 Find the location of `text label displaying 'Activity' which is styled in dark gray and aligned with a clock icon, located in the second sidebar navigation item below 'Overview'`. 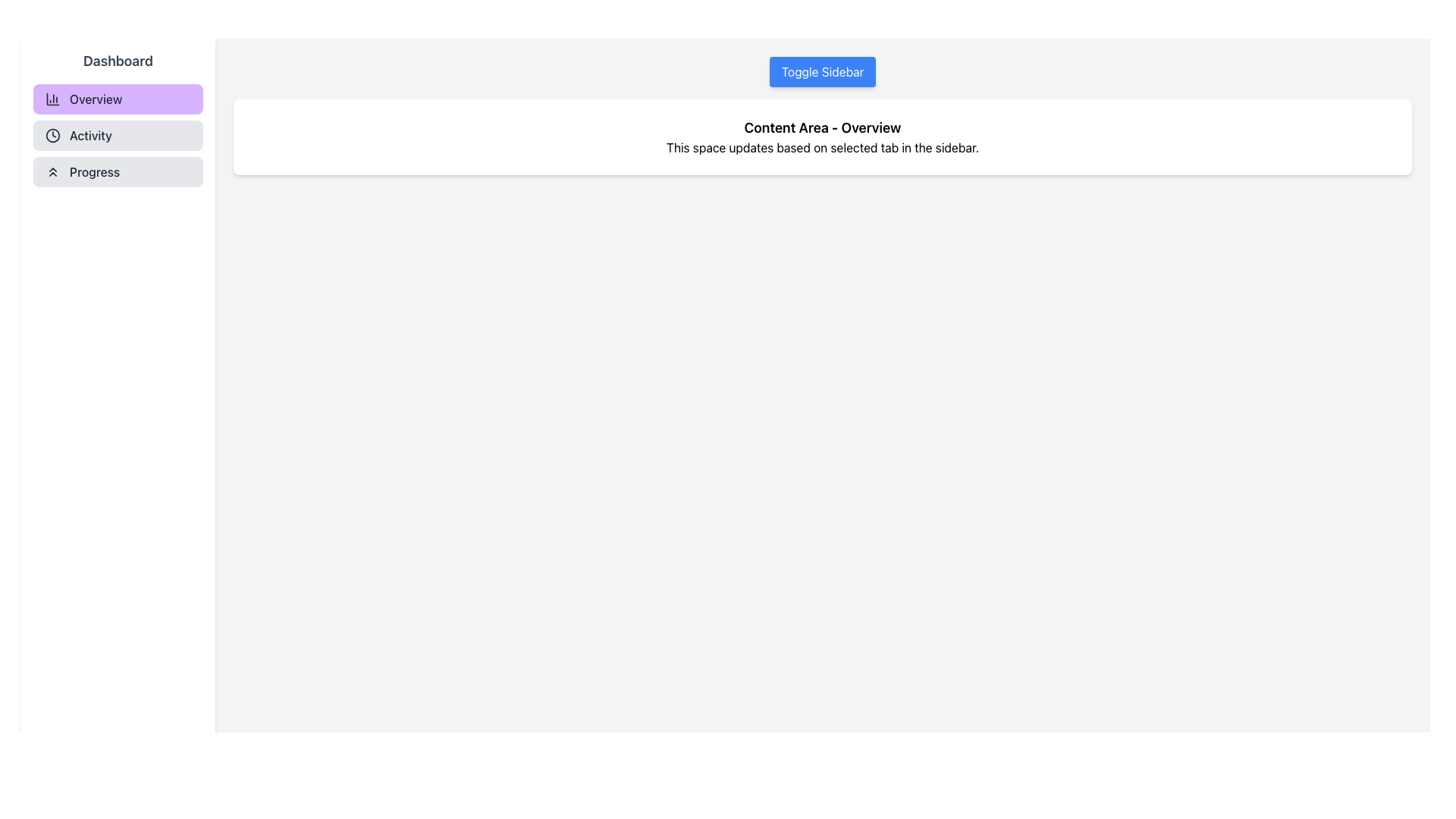

text label displaying 'Activity' which is styled in dark gray and aligned with a clock icon, located in the second sidebar navigation item below 'Overview' is located at coordinates (89, 134).